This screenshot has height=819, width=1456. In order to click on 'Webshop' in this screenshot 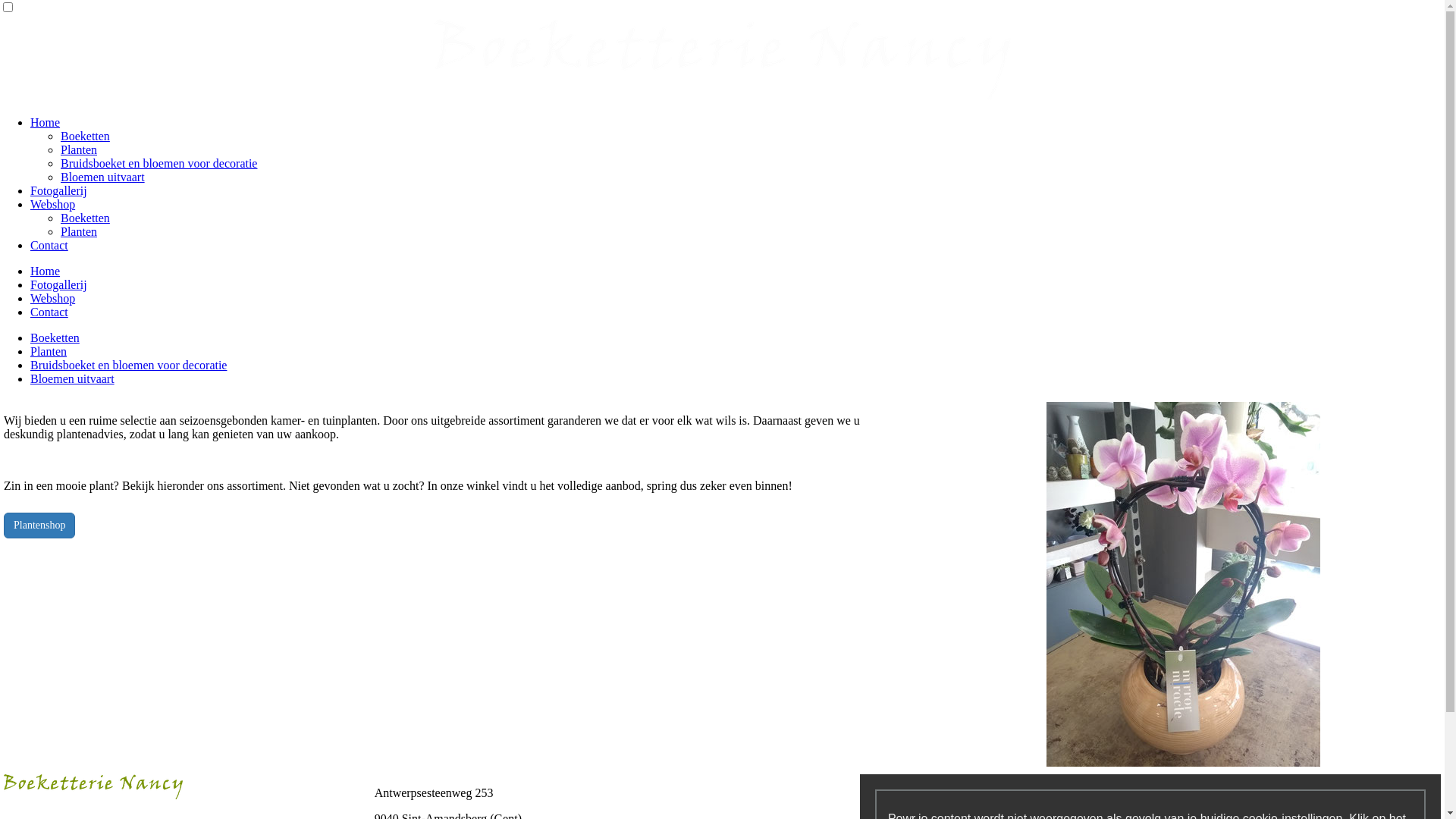, I will do `click(52, 203)`.